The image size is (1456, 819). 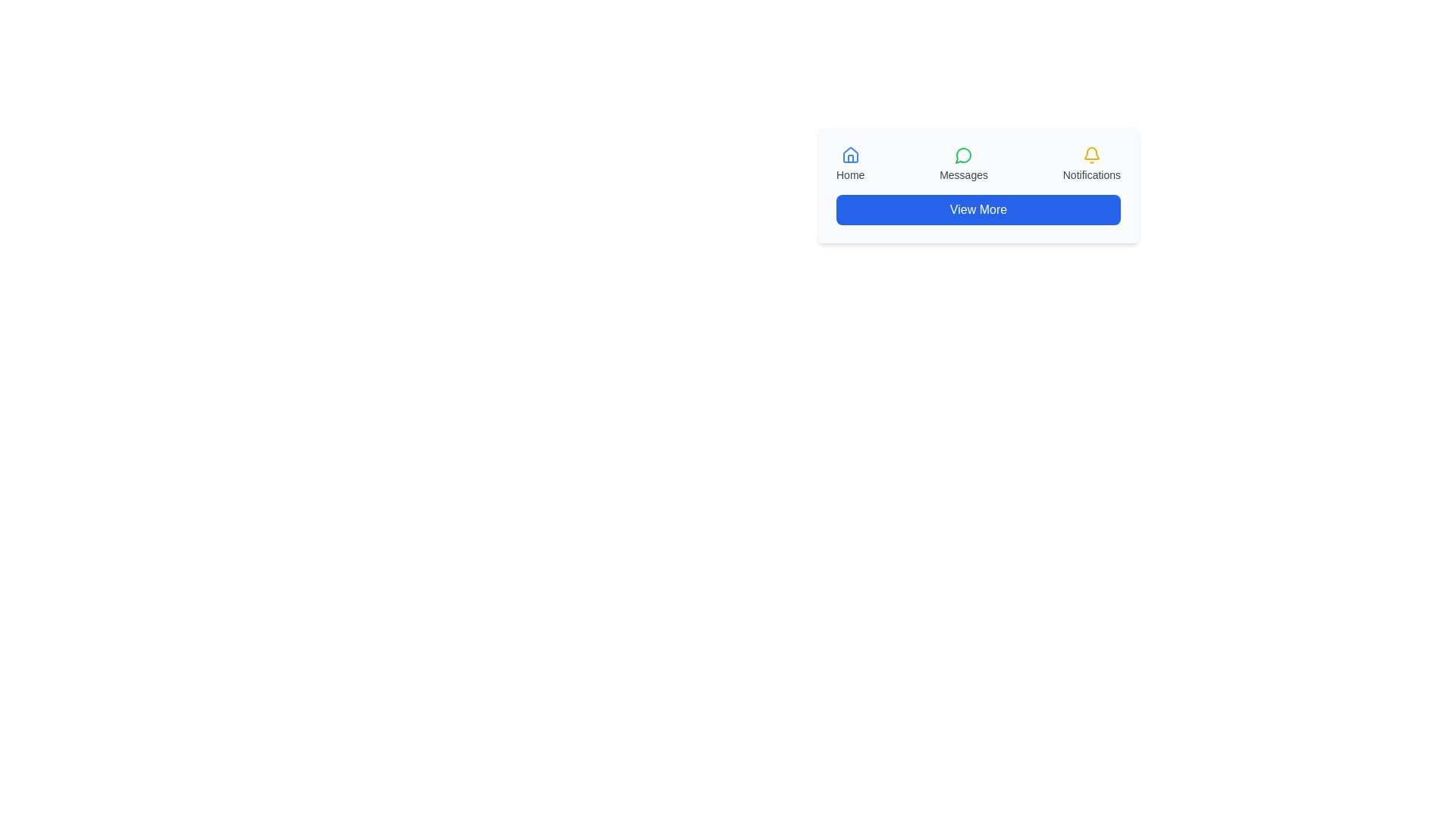 What do you see at coordinates (1090, 155) in the screenshot?
I see `the yellow bell icon in the top-right corner of the navigation menu` at bounding box center [1090, 155].